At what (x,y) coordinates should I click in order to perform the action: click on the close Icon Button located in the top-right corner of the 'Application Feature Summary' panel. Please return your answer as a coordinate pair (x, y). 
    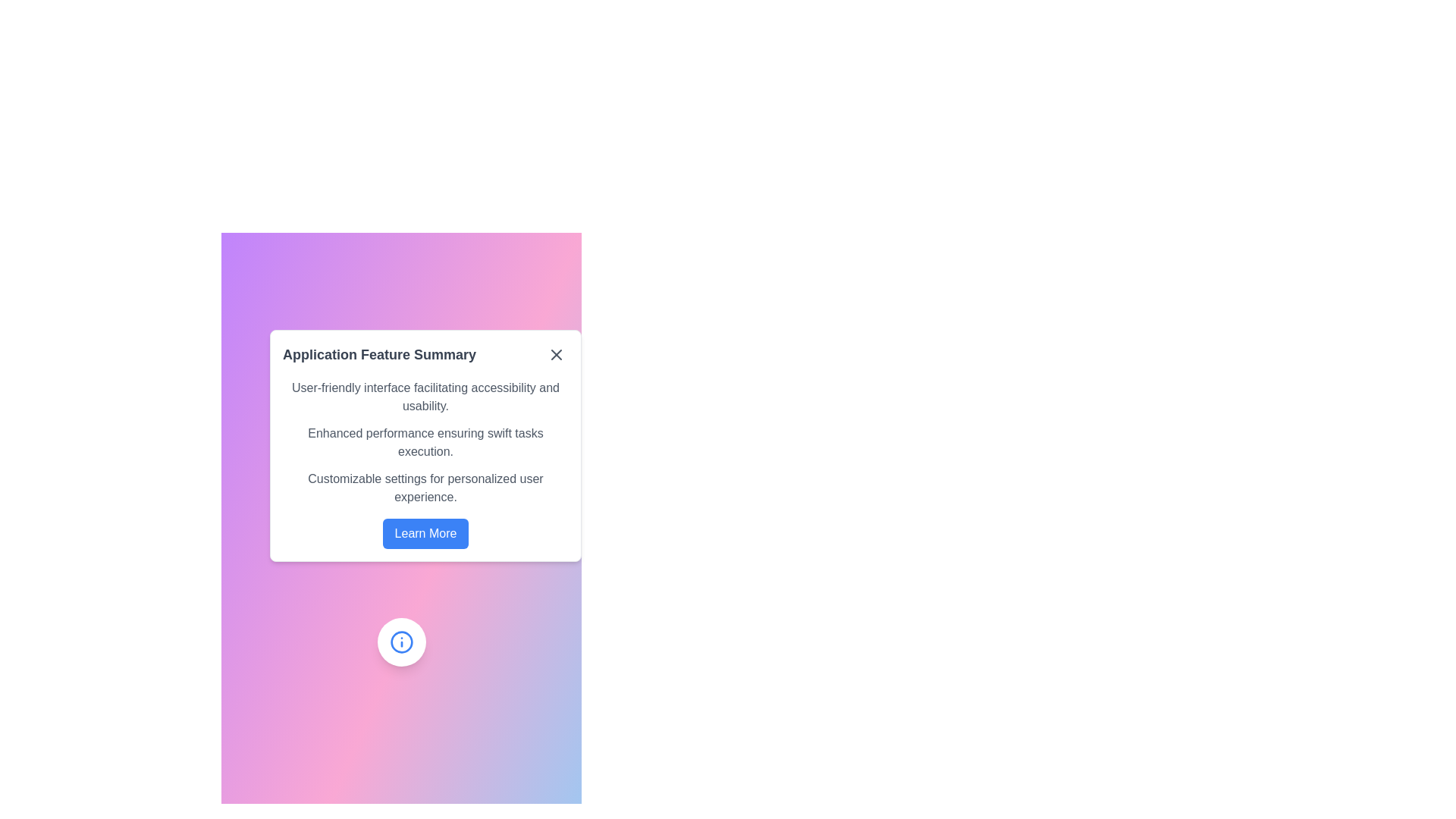
    Looking at the image, I should click on (556, 354).